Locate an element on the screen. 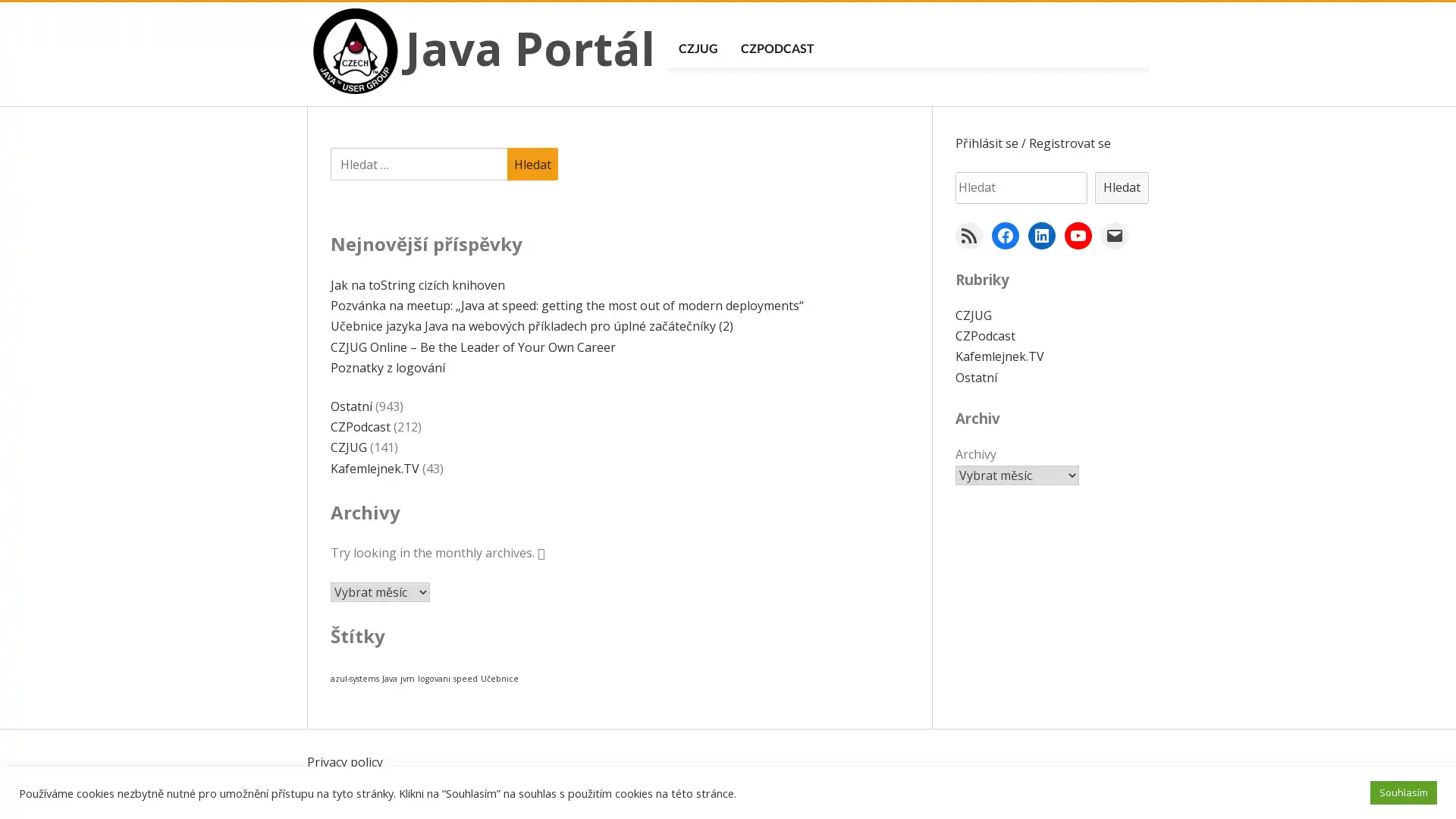  Souhlasim is located at coordinates (1403, 792).